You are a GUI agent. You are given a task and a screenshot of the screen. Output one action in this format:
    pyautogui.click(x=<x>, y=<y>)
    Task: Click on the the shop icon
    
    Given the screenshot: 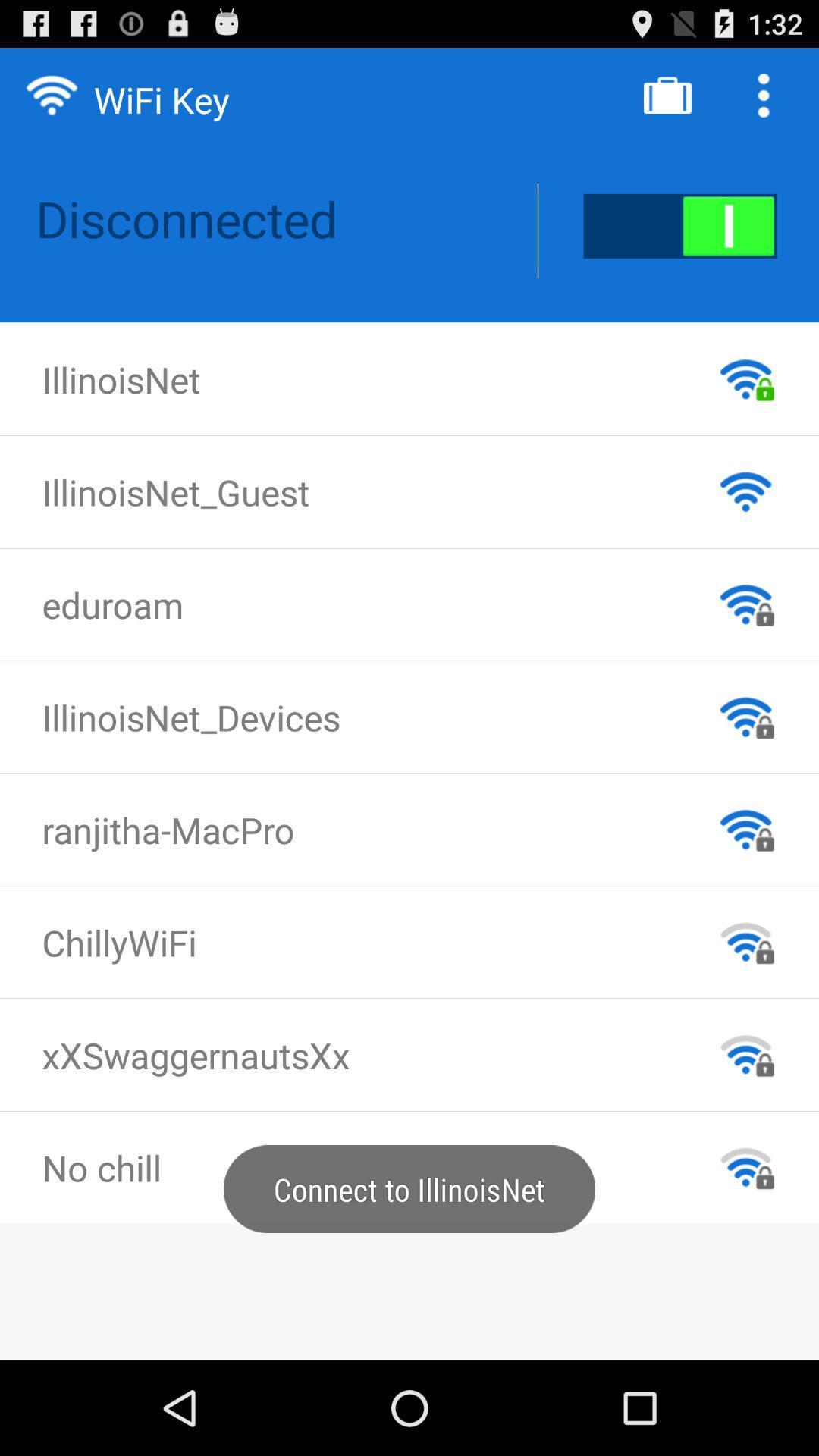 What is the action you would take?
    pyautogui.click(x=667, y=101)
    